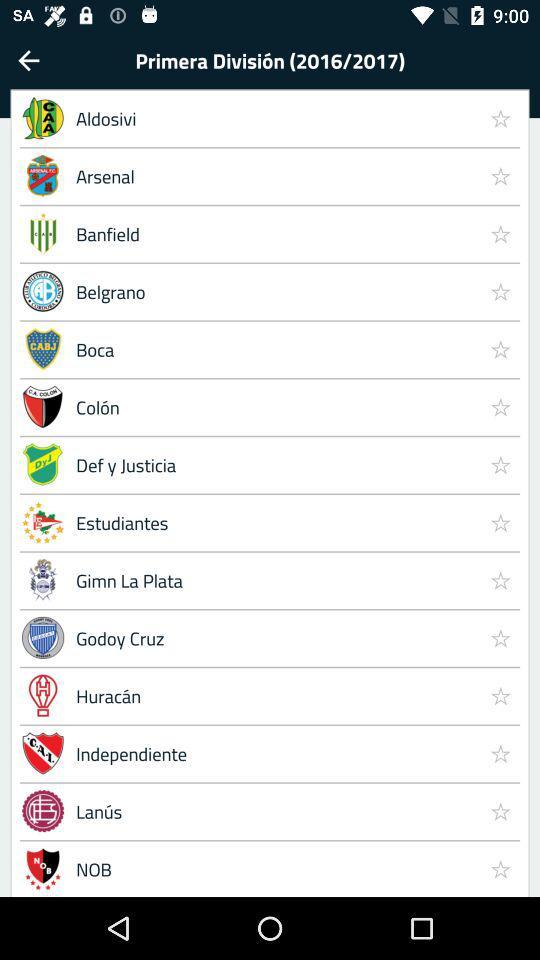 The height and width of the screenshot is (960, 540). I want to click on item below gimn la plata item, so click(499, 636).